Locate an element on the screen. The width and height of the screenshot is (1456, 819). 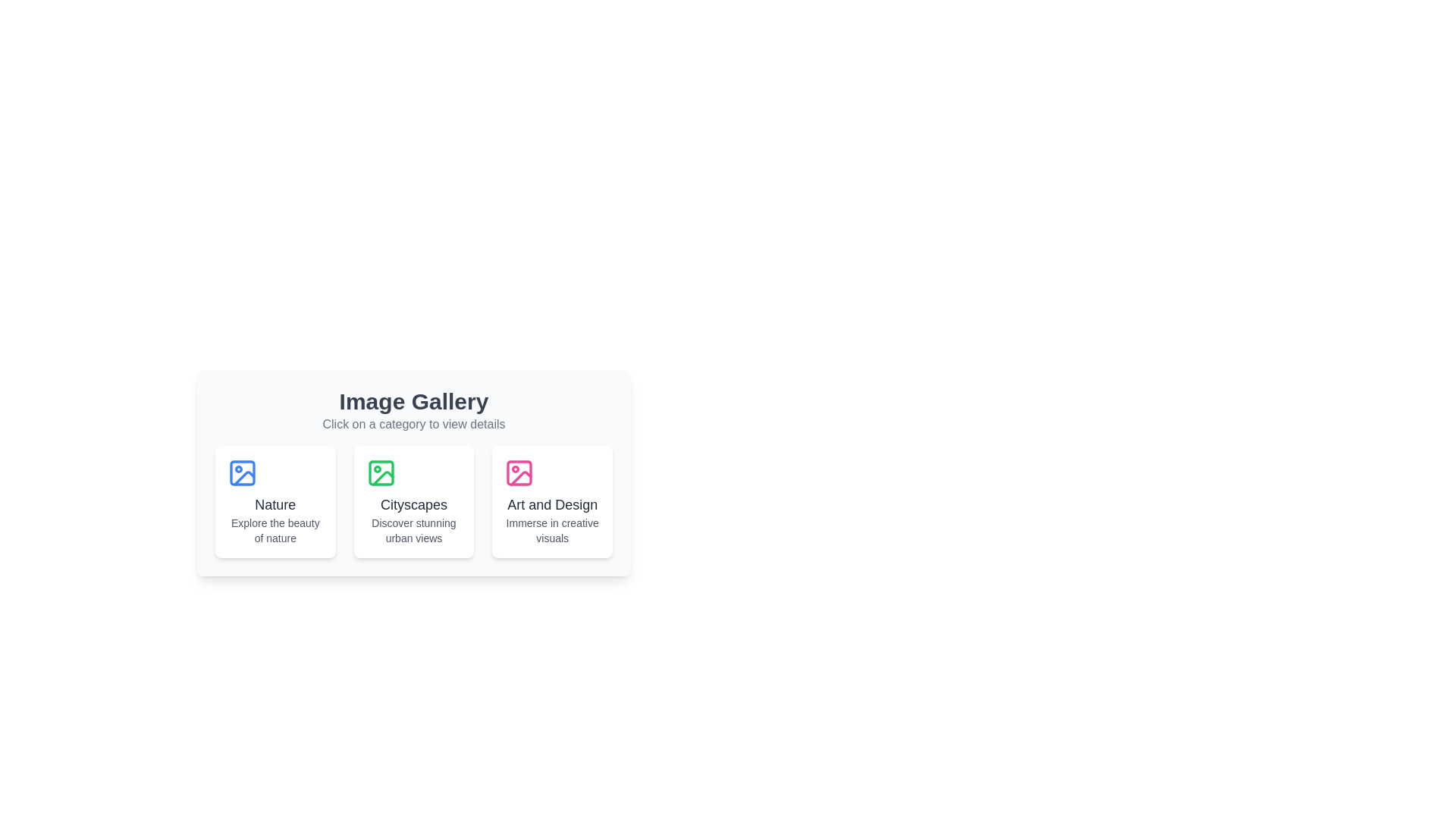
the 'Art and Design' category title text label, which is centrally located in the third card, positioned above the subtitle 'Immerse in creative visuals' and below the pink icon is located at coordinates (551, 505).